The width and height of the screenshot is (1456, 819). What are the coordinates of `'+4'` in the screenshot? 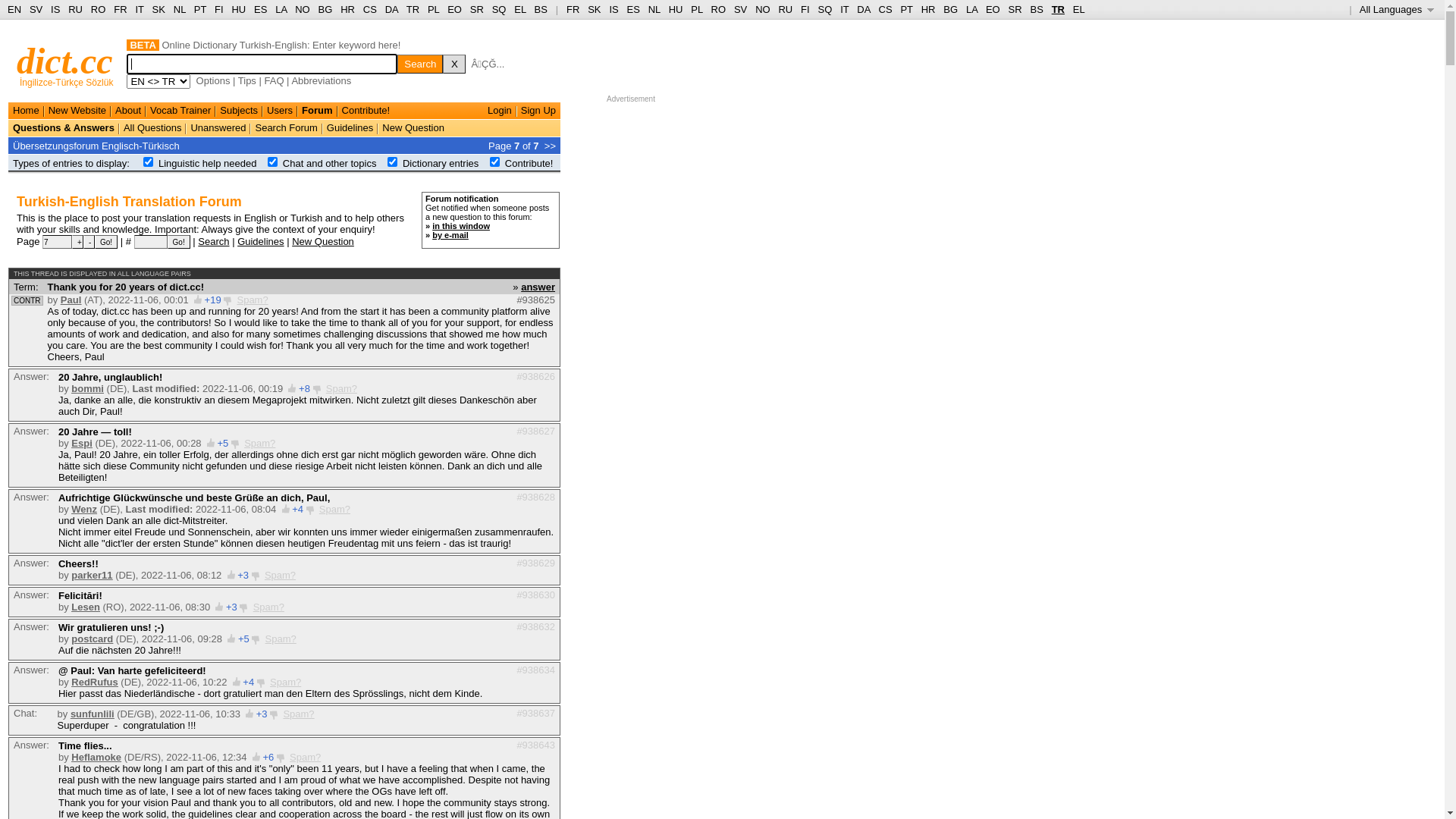 It's located at (291, 509).